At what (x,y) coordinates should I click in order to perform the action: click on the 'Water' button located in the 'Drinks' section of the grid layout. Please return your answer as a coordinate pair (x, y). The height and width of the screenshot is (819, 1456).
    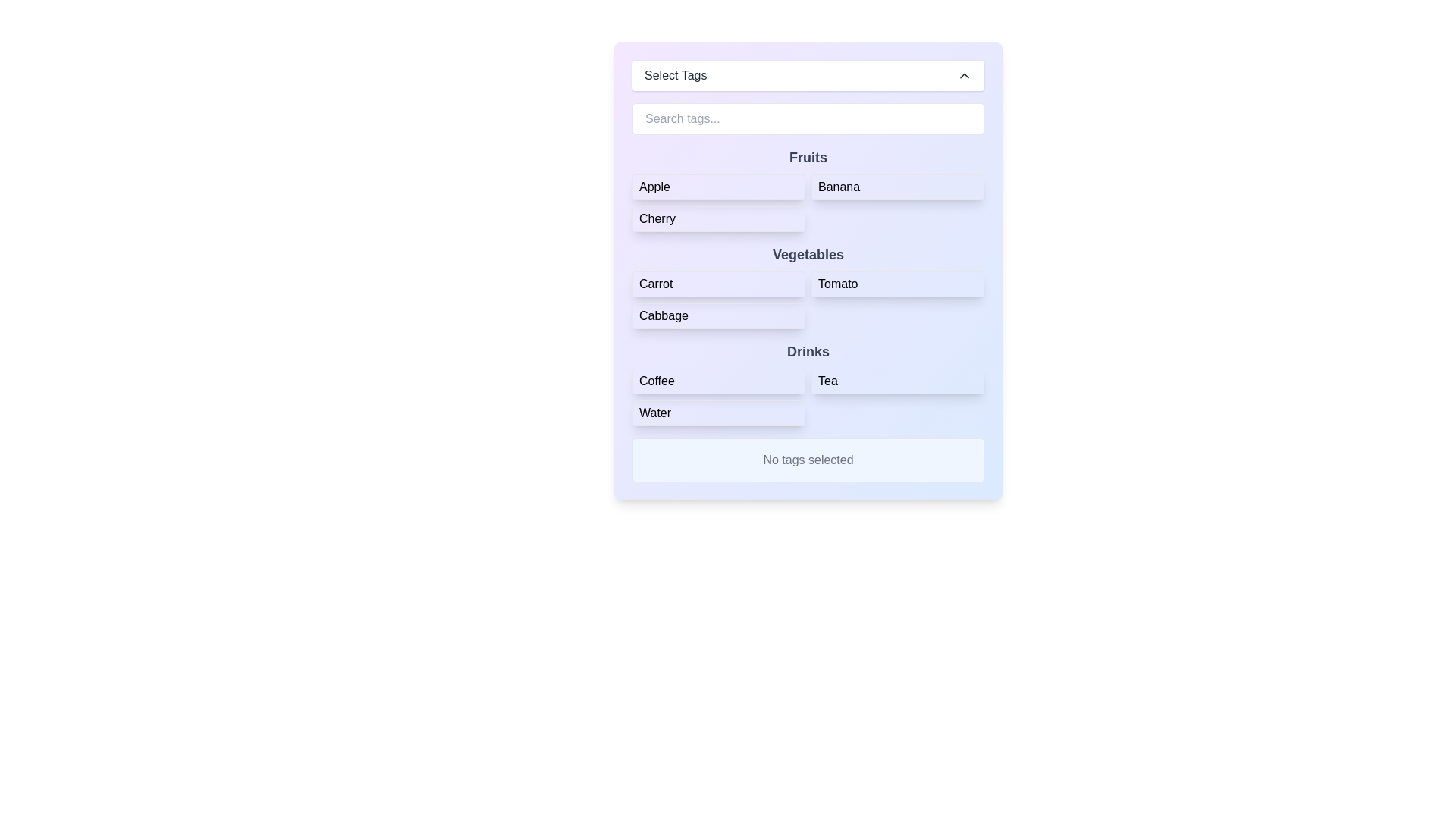
    Looking at the image, I should click on (718, 413).